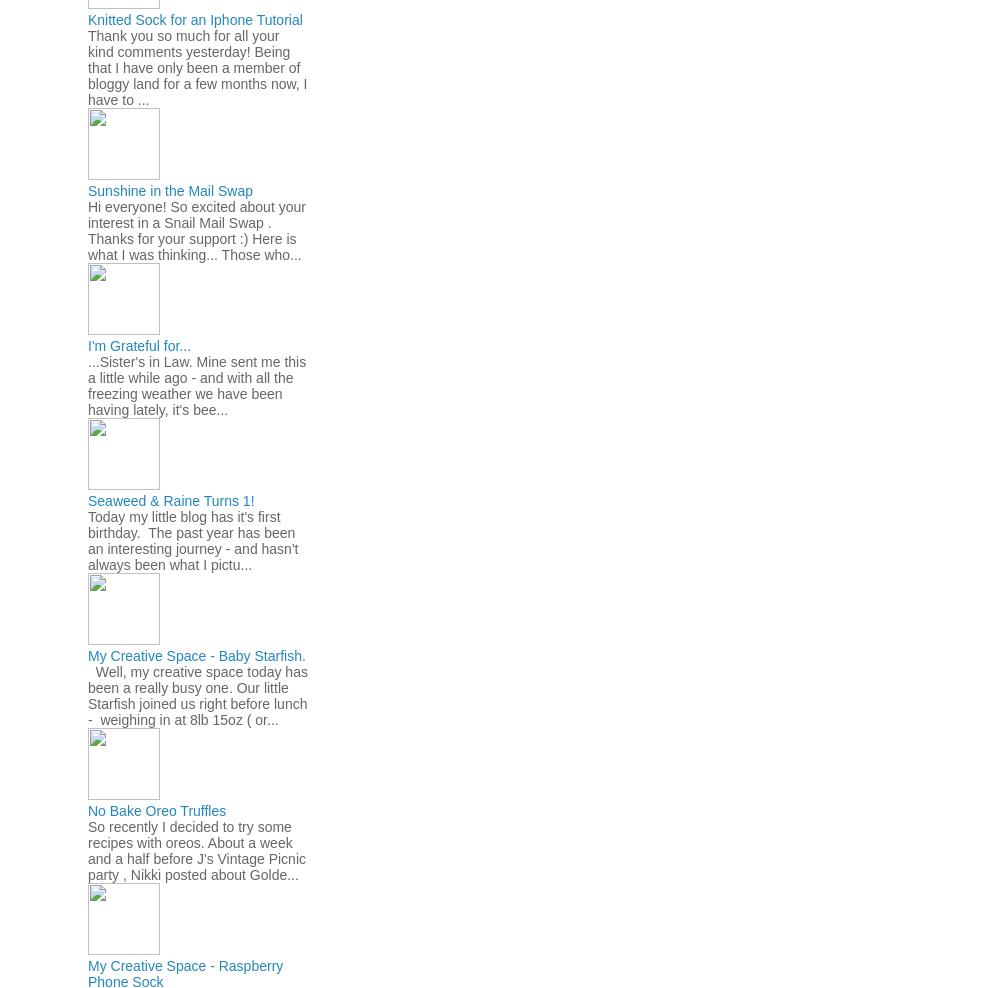  Describe the element at coordinates (170, 189) in the screenshot. I see `'Sunshine in the Mail Swap'` at that location.